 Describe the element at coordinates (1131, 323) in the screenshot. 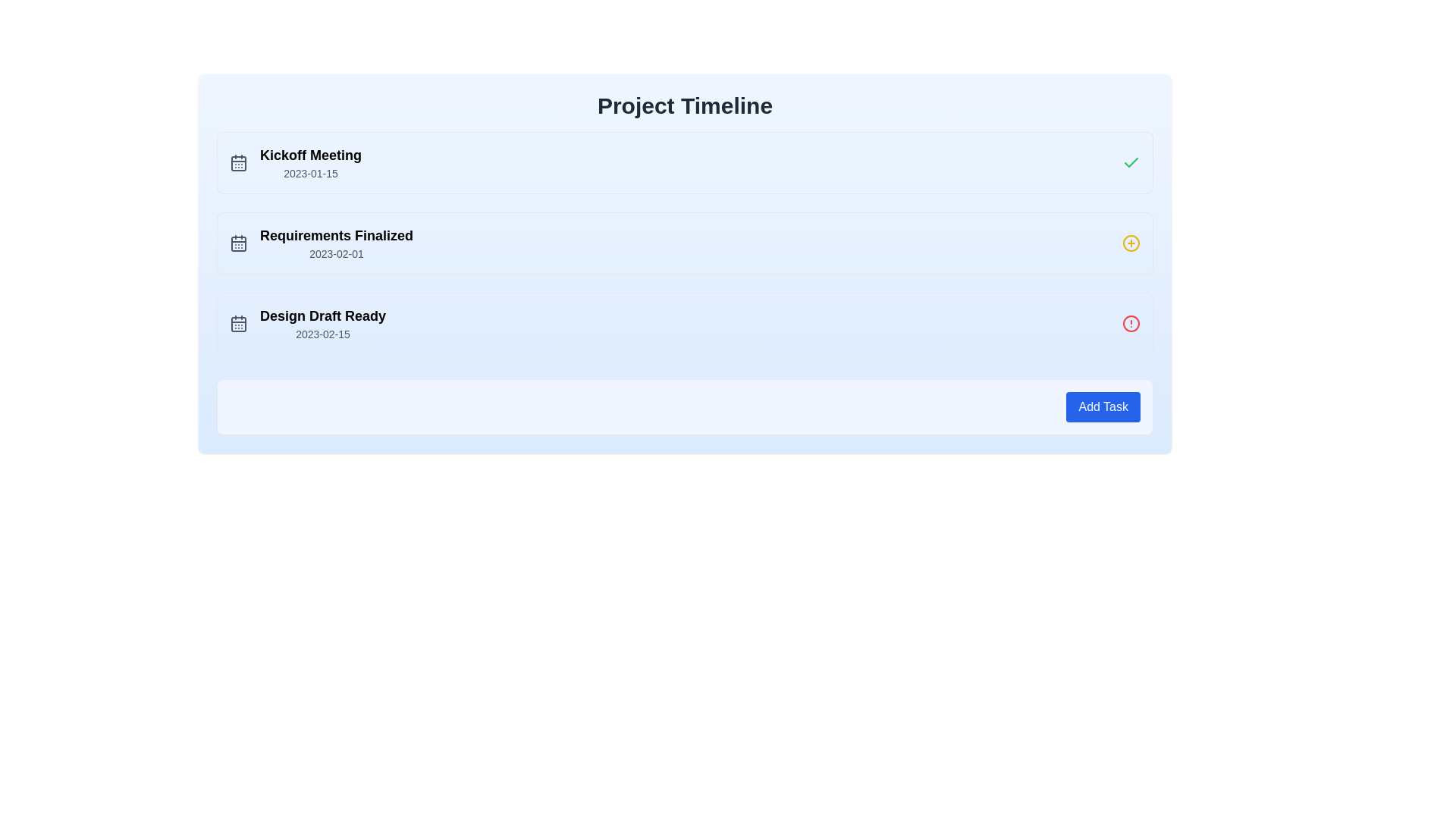

I see `the alert icon located in the rightmost section of the 'Design Draft Ready' row dated '2023-02-15'` at that location.